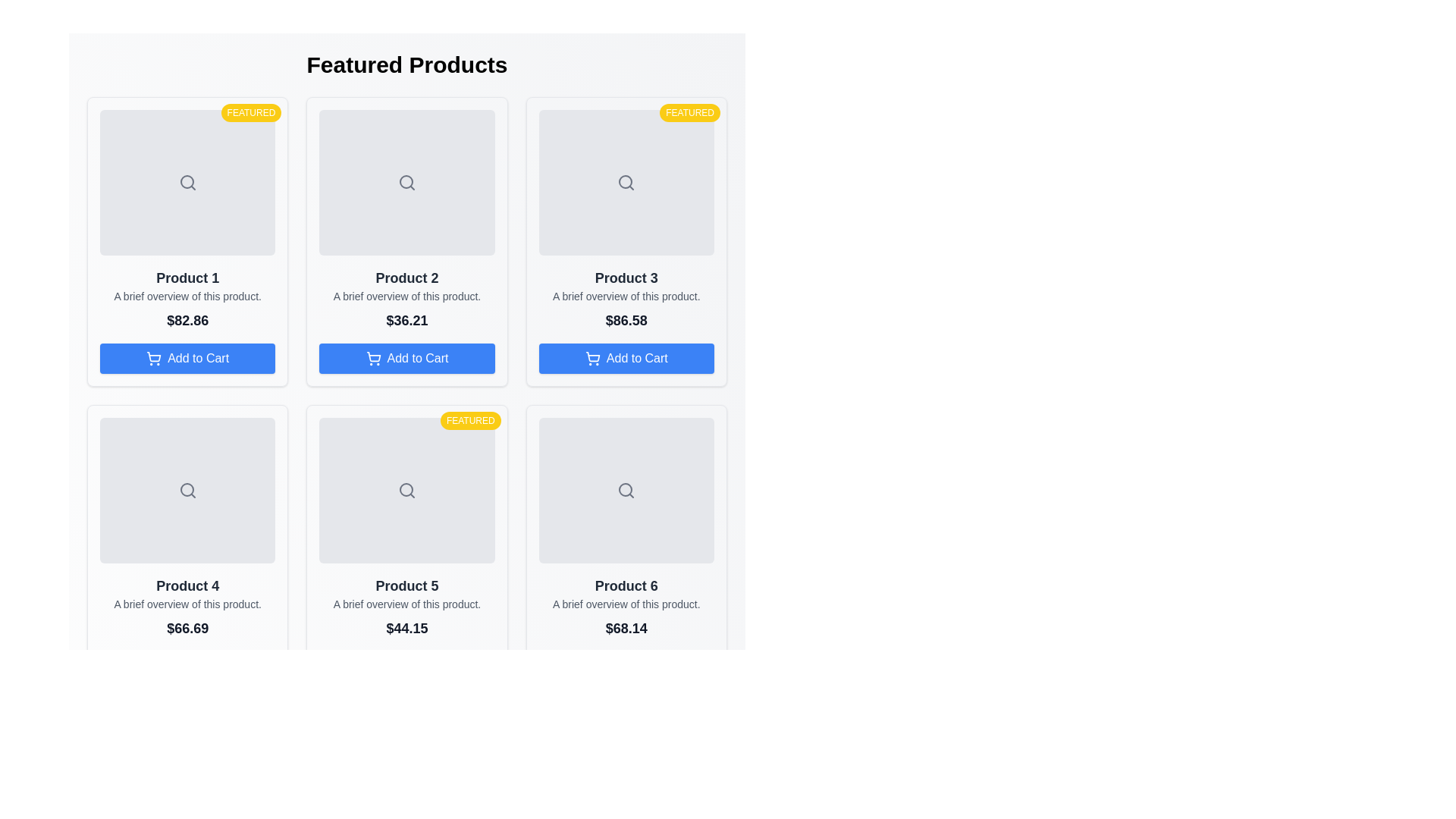 This screenshot has width=1456, height=819. I want to click on the gray rectangular image placeholder with a centered magnifying glass icon in the card titled 'Product 3', located at the top-right area of the product grid, so click(626, 181).